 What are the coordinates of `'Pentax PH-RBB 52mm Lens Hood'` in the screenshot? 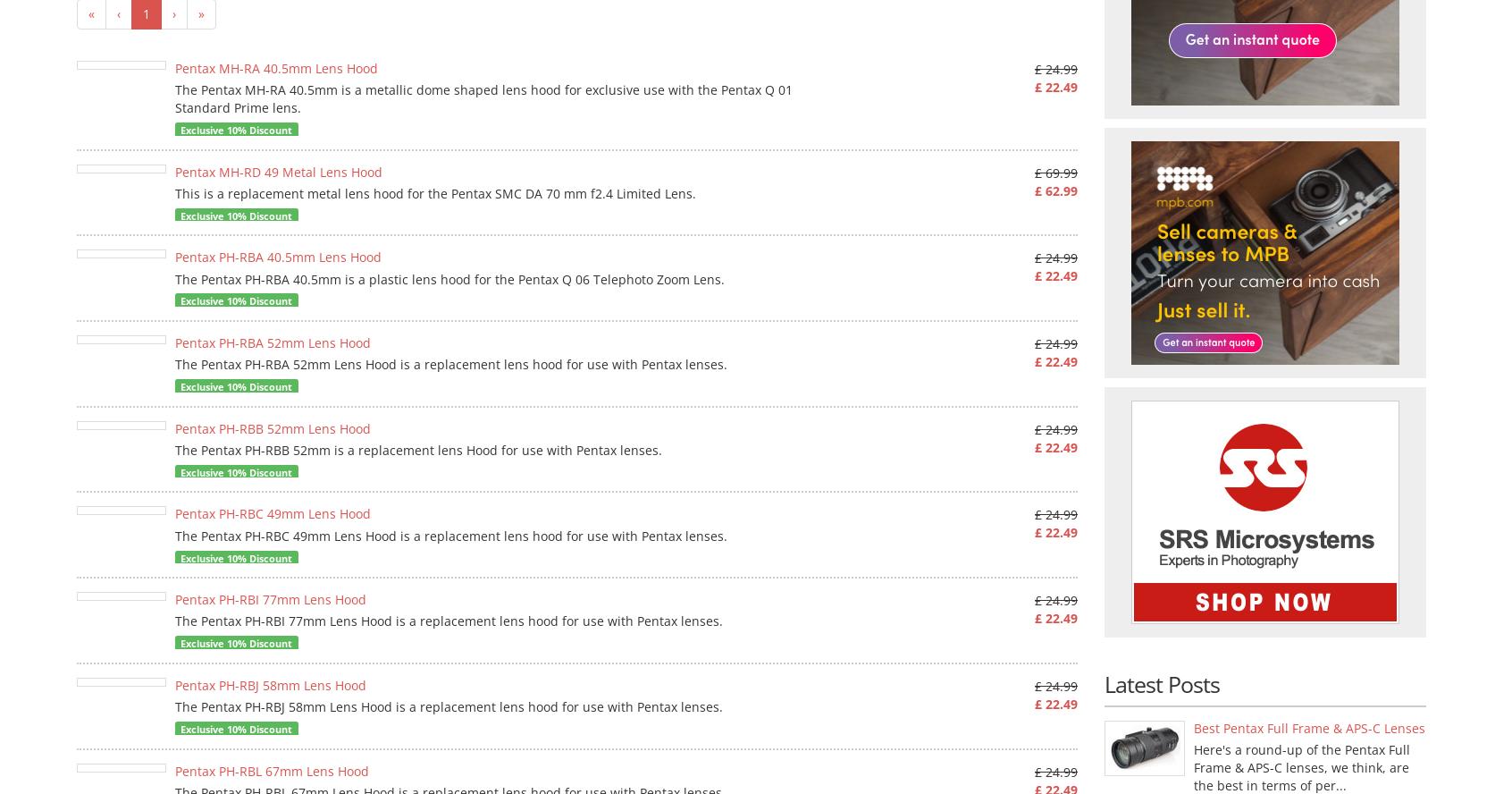 It's located at (173, 427).